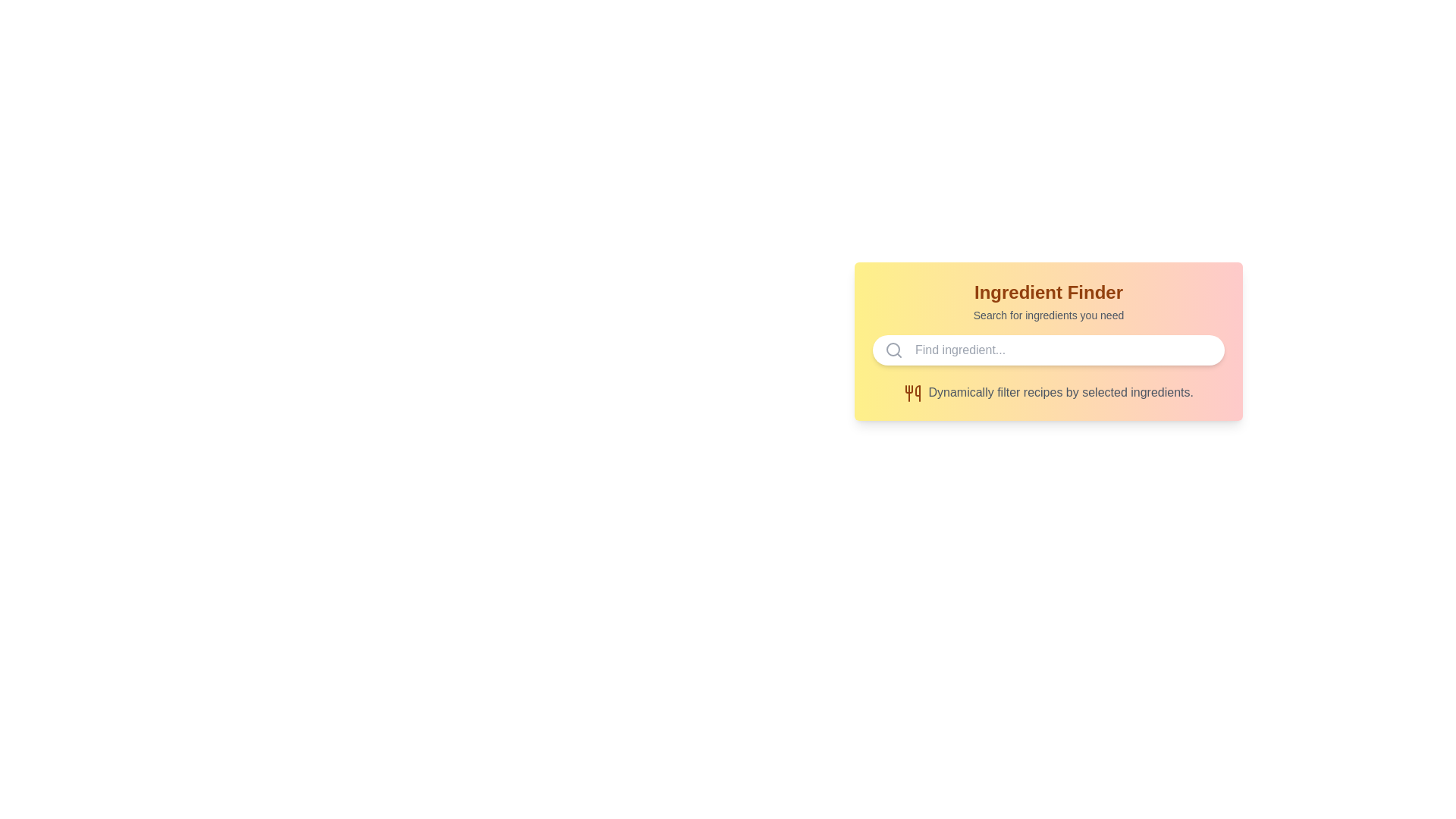 The height and width of the screenshot is (819, 1456). Describe the element at coordinates (893, 350) in the screenshot. I see `the SVG circle graphical element that represents the search functionality, located to the far left of the input field` at that location.